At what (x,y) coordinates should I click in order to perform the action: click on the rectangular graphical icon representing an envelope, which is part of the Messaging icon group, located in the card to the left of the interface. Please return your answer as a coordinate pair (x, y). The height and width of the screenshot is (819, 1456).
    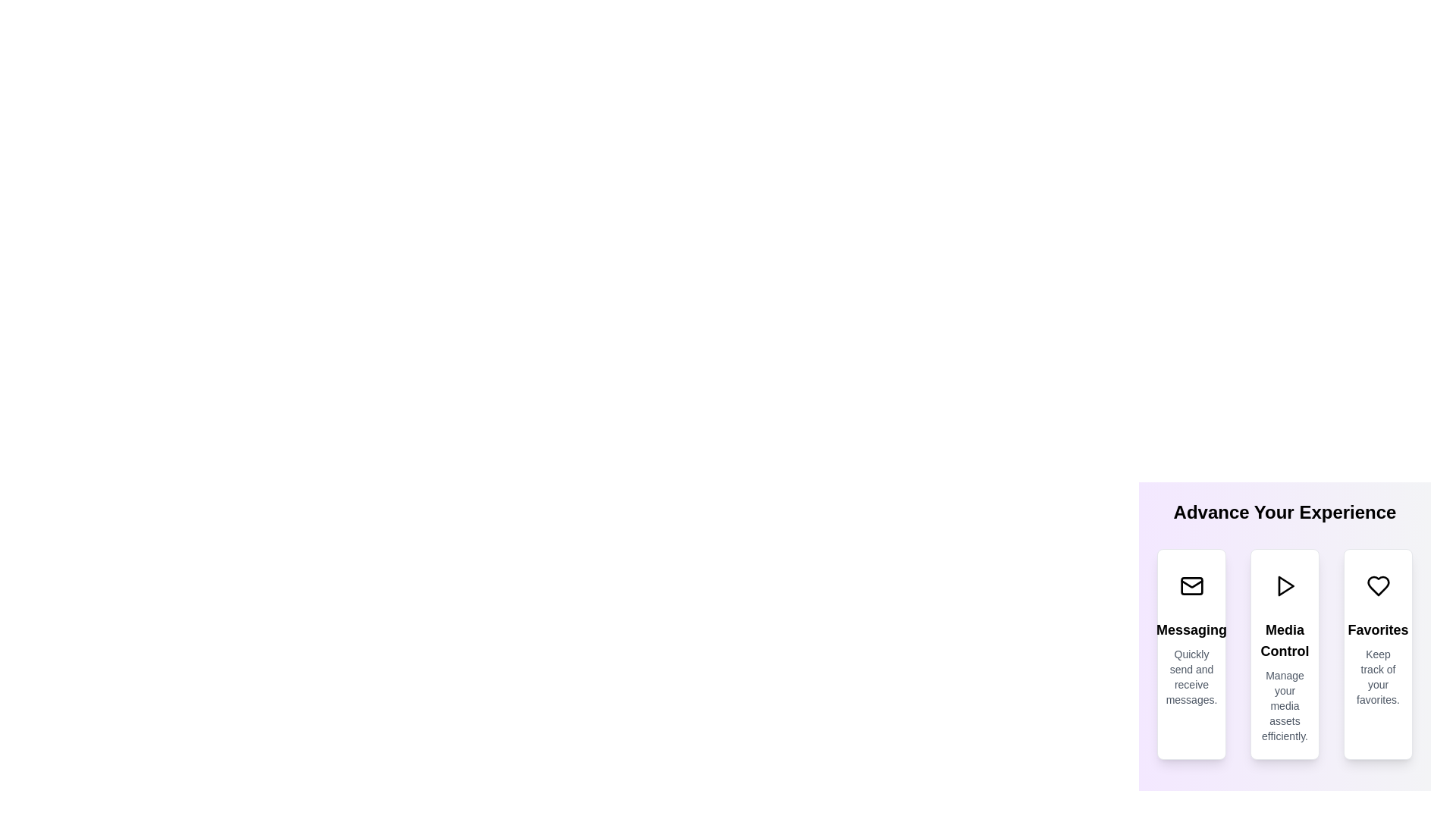
    Looking at the image, I should click on (1191, 585).